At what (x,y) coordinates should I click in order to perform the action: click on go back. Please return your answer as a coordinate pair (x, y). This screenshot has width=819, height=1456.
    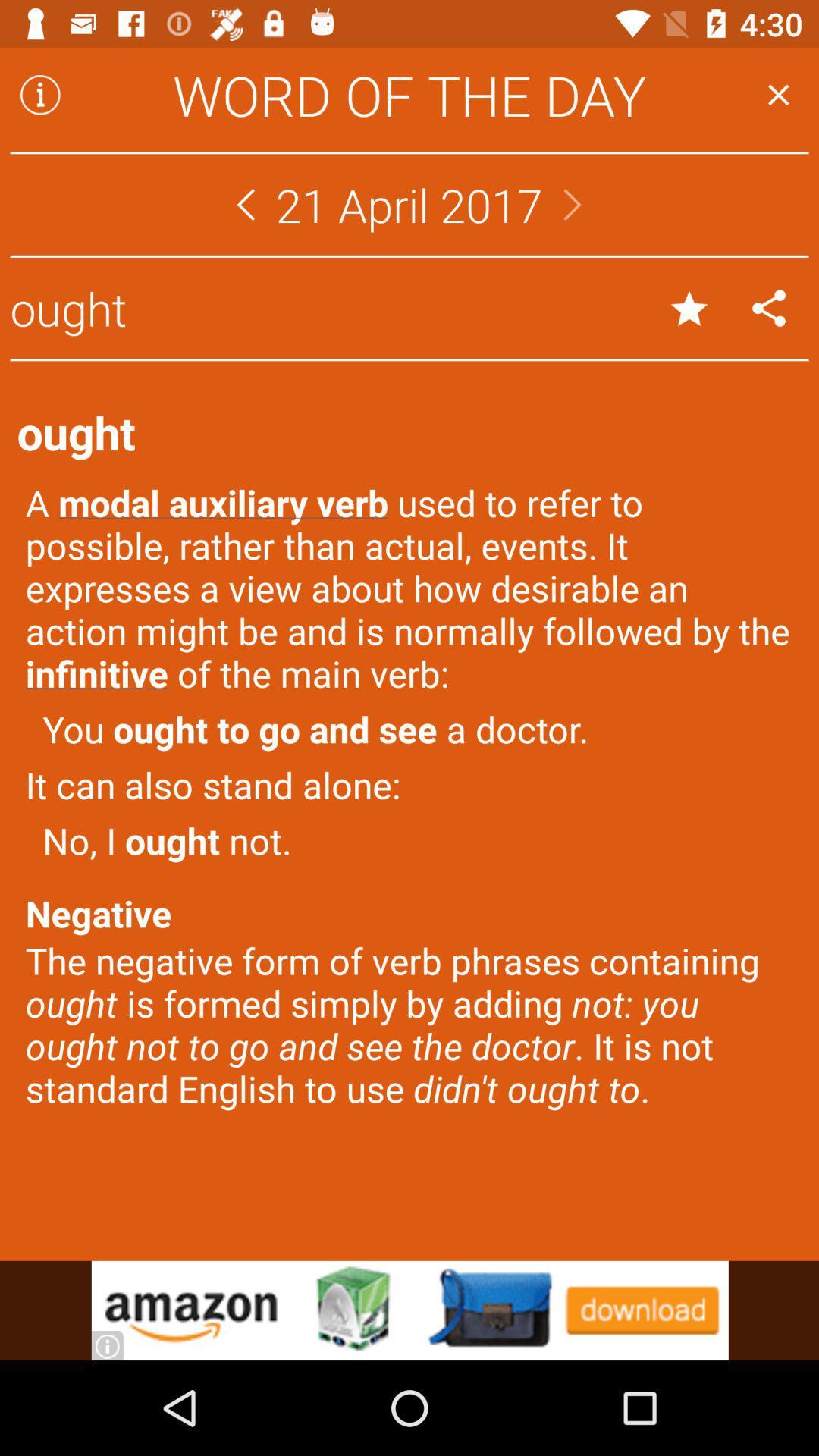
    Looking at the image, I should click on (245, 203).